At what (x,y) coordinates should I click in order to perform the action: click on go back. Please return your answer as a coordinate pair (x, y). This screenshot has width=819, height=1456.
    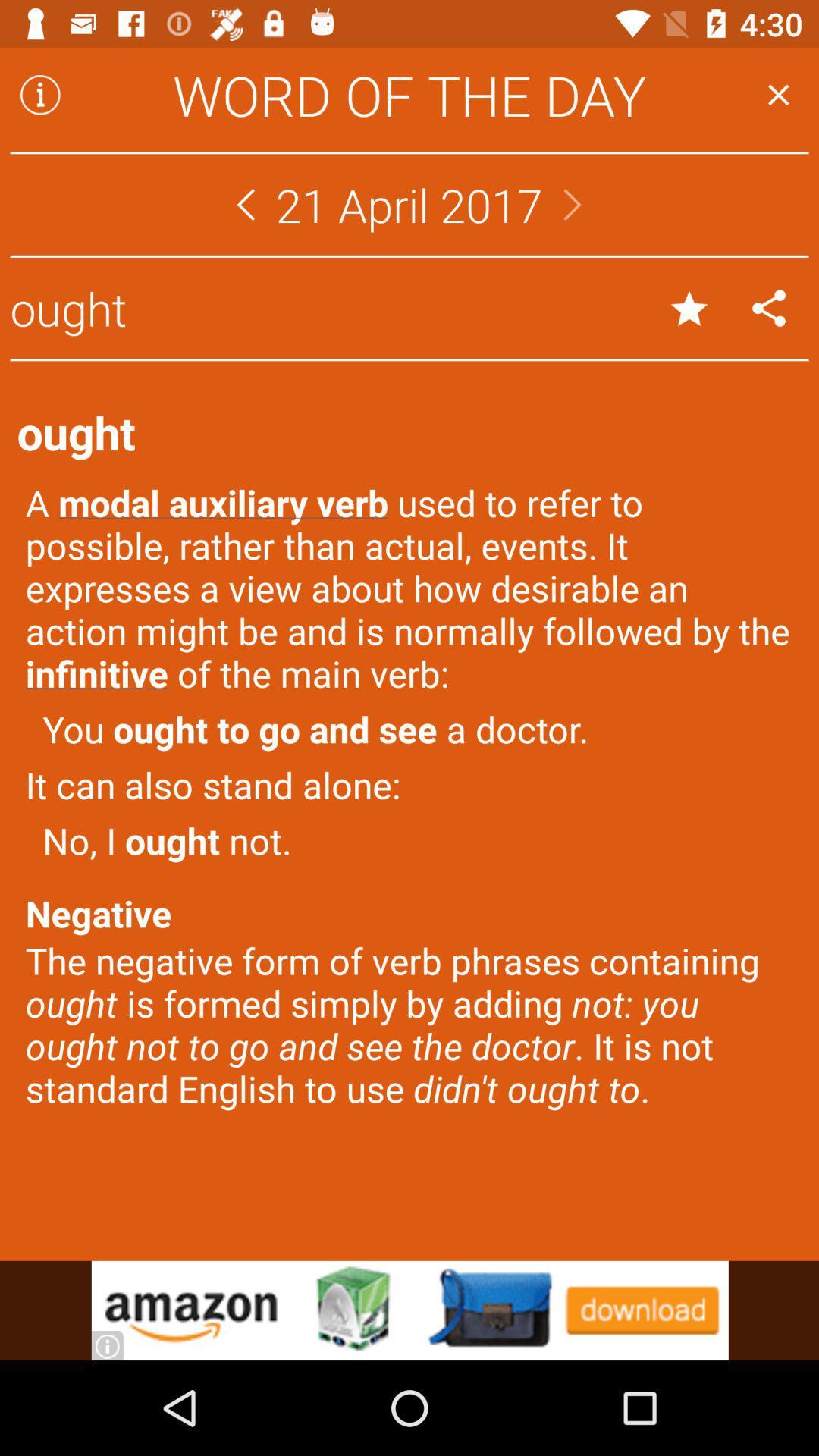
    Looking at the image, I should click on (245, 203).